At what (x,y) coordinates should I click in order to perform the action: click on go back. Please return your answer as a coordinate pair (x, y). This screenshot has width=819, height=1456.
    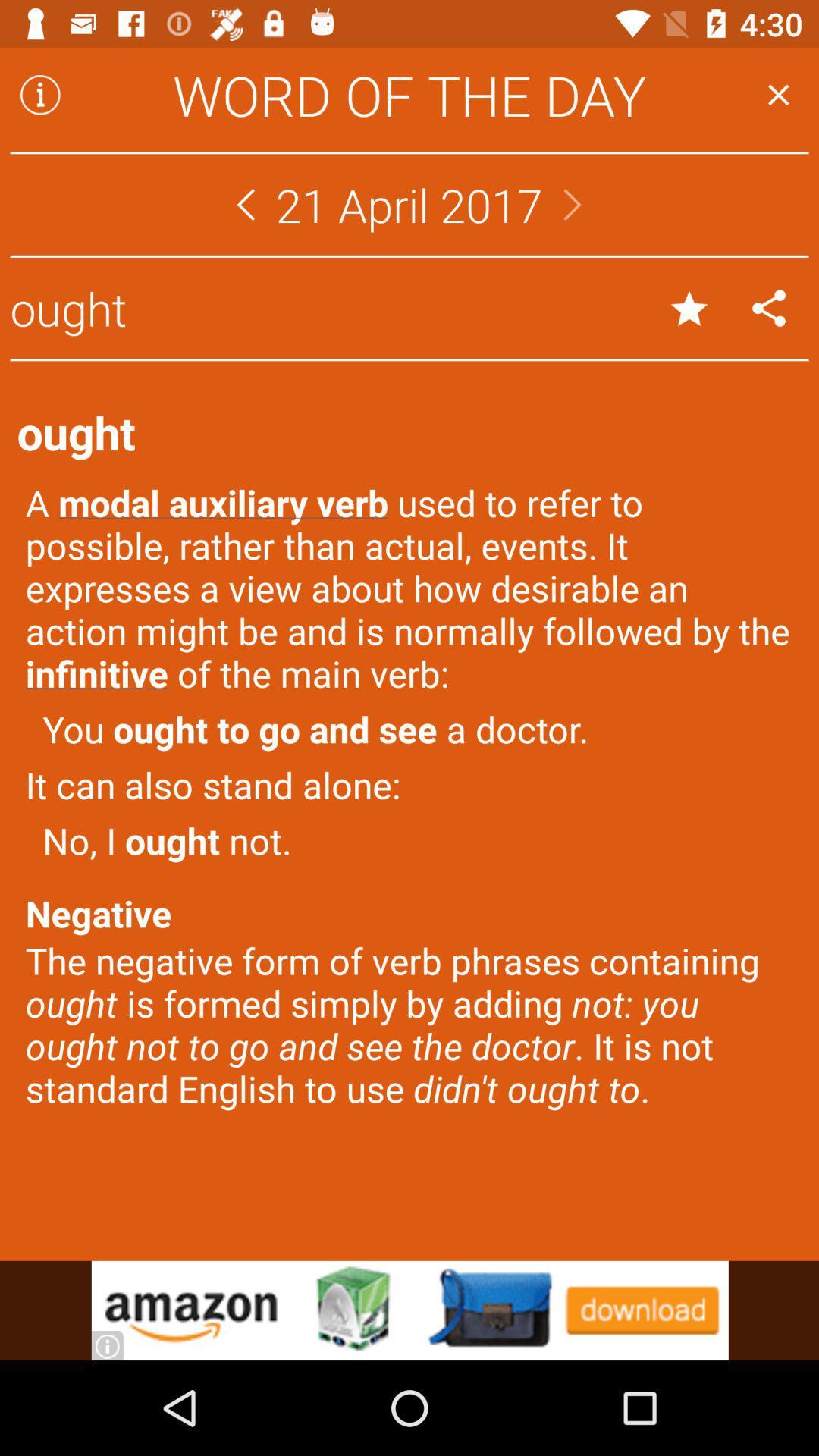
    Looking at the image, I should click on (245, 203).